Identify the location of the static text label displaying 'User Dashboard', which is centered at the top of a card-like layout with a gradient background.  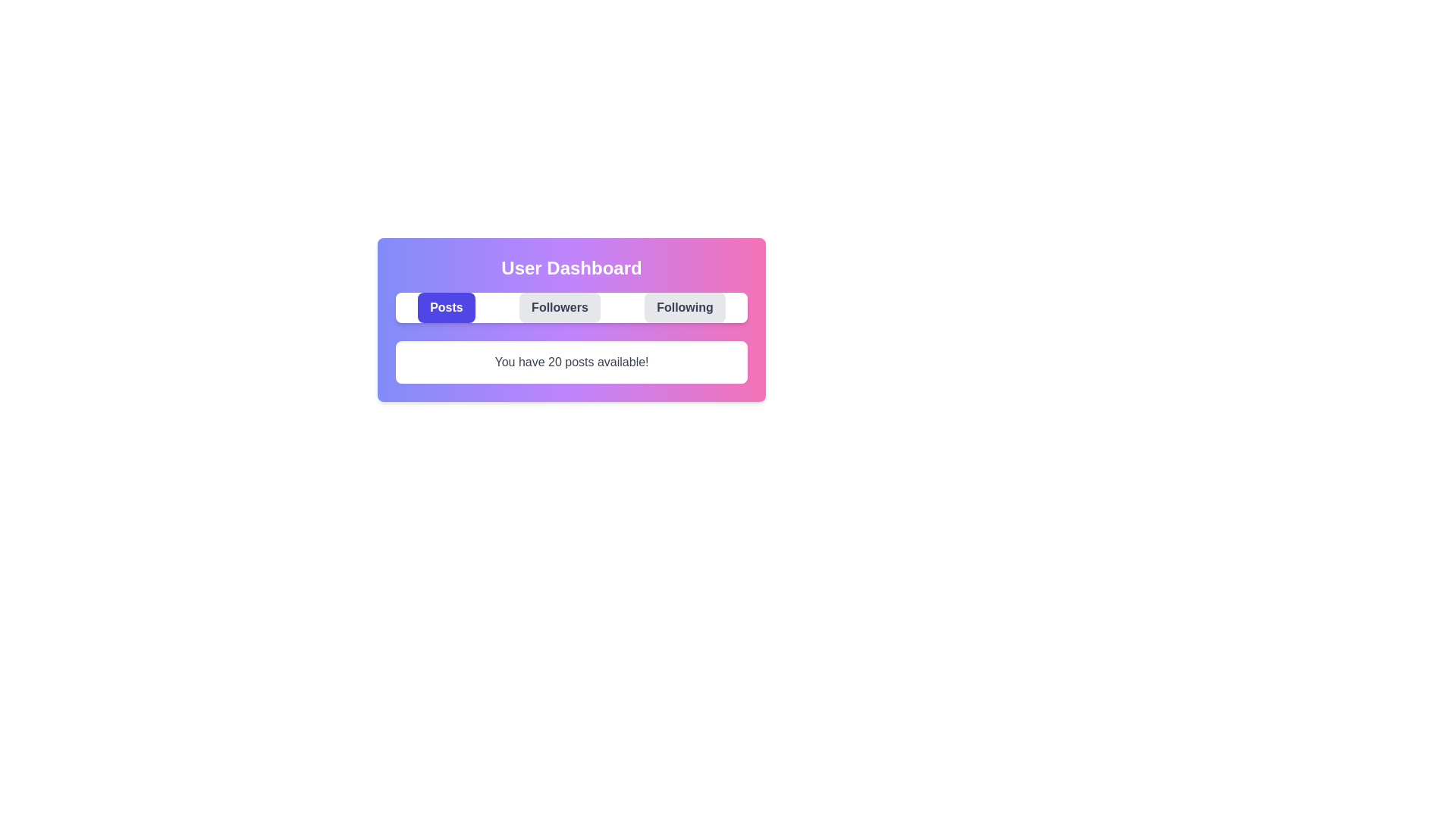
(570, 268).